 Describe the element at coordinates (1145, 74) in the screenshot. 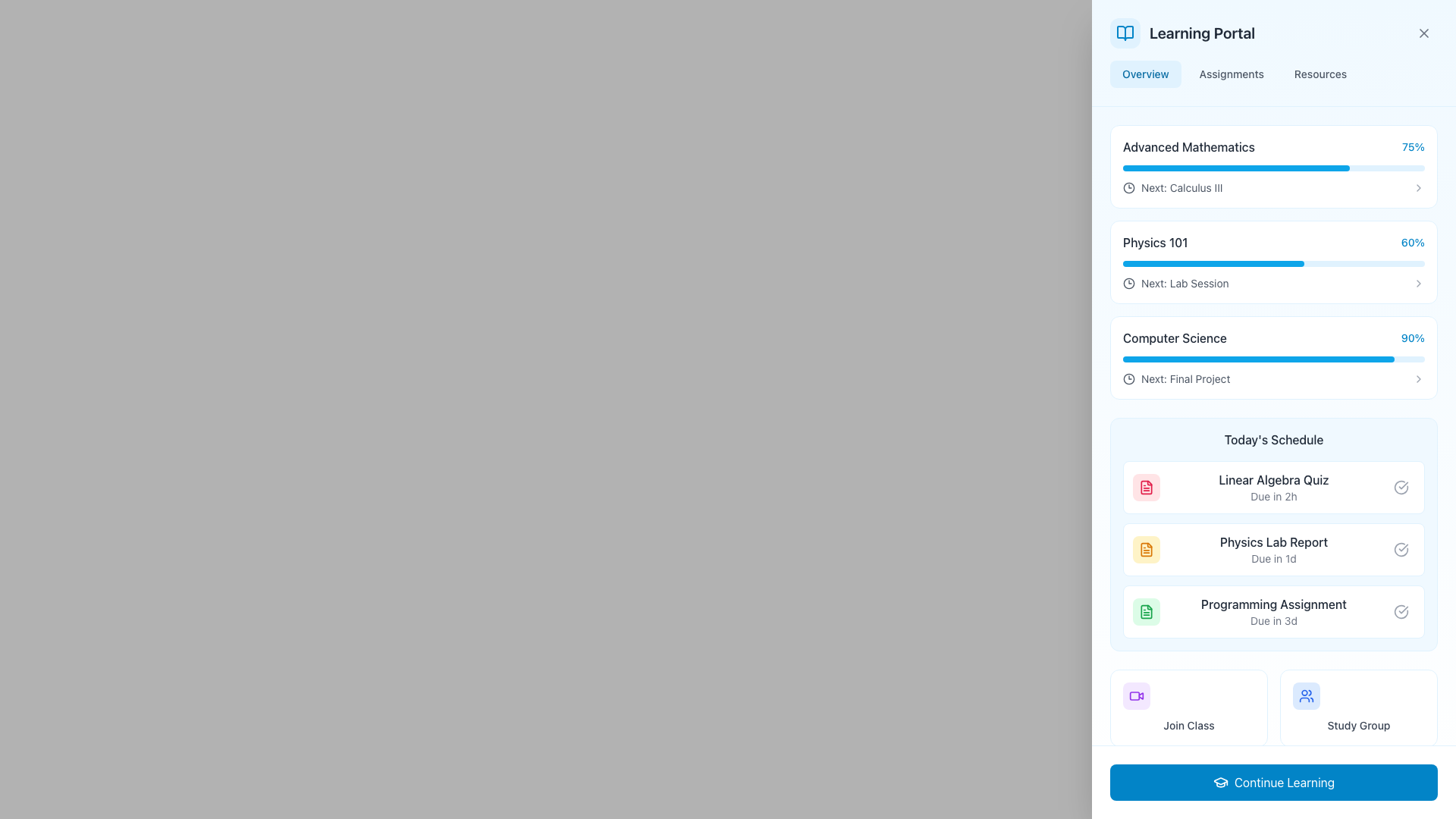

I see `the navigation button for the 'Overview' section, which is the first item in the horizontal navigation tab group at the top of the interface` at that location.